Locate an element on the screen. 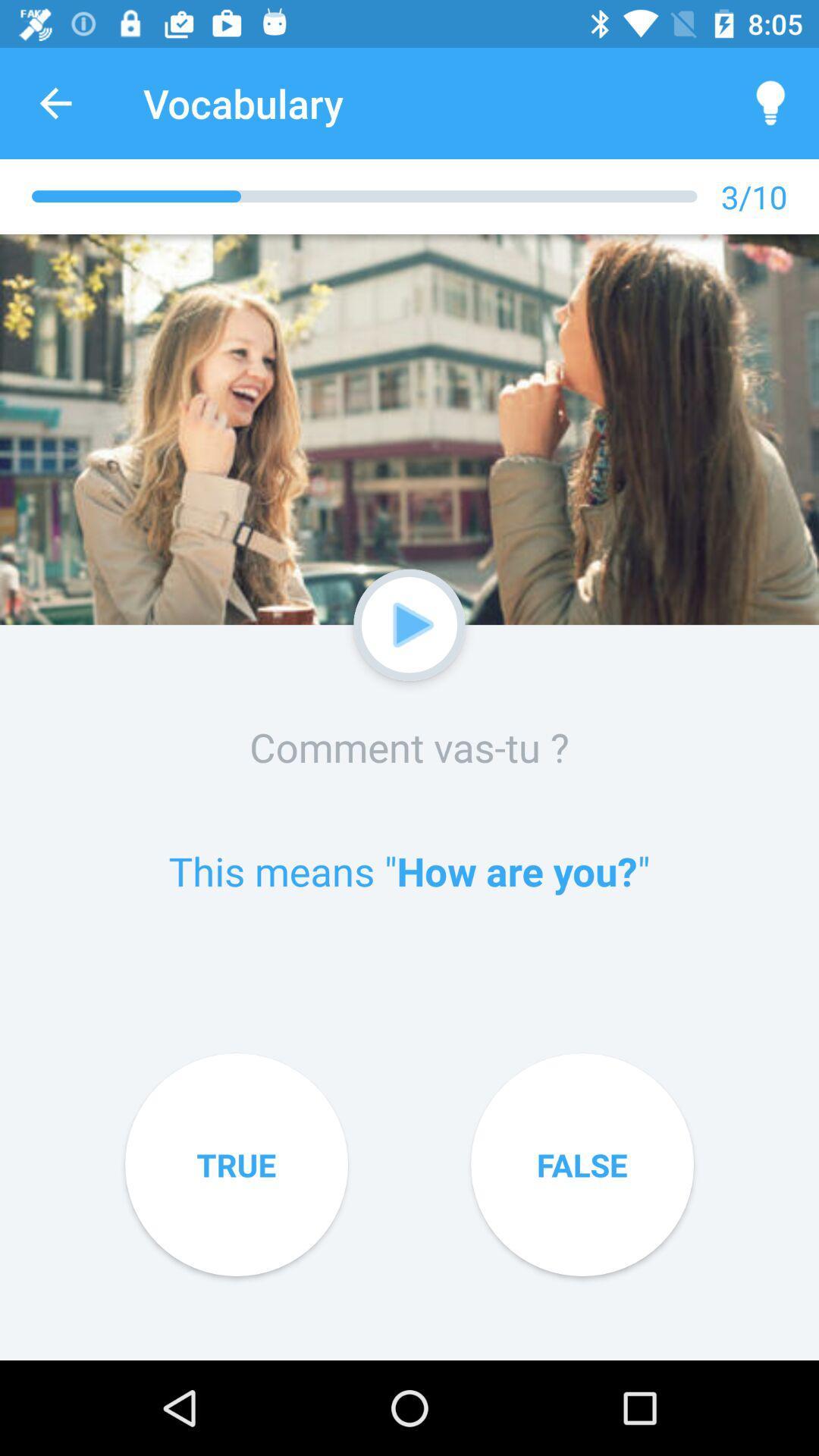 The height and width of the screenshot is (1456, 819). item above the 3/10 icon is located at coordinates (771, 102).